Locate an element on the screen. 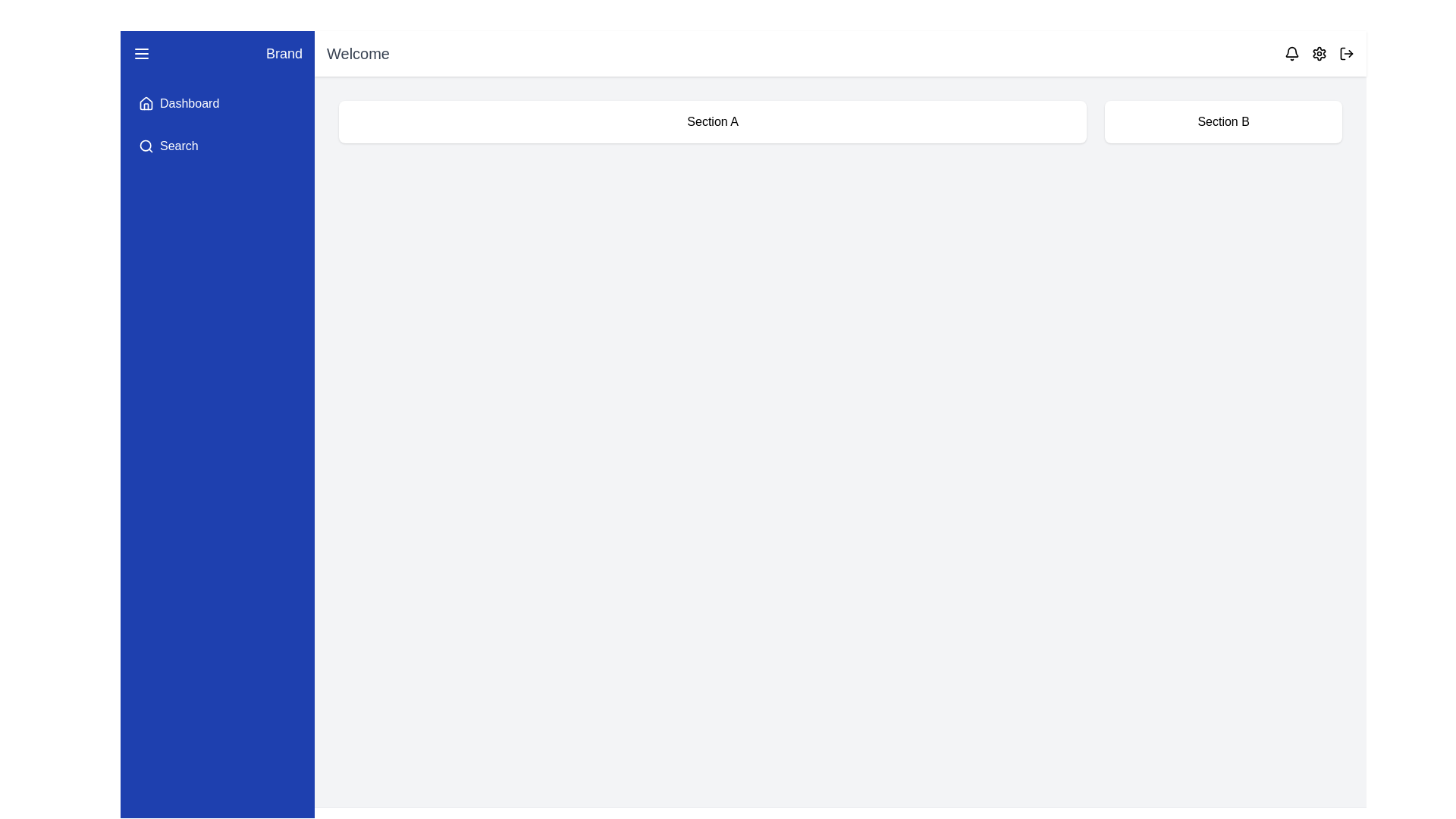  the 'Dashboard' button-like navigation item located in the left sidebar is located at coordinates (217, 103).